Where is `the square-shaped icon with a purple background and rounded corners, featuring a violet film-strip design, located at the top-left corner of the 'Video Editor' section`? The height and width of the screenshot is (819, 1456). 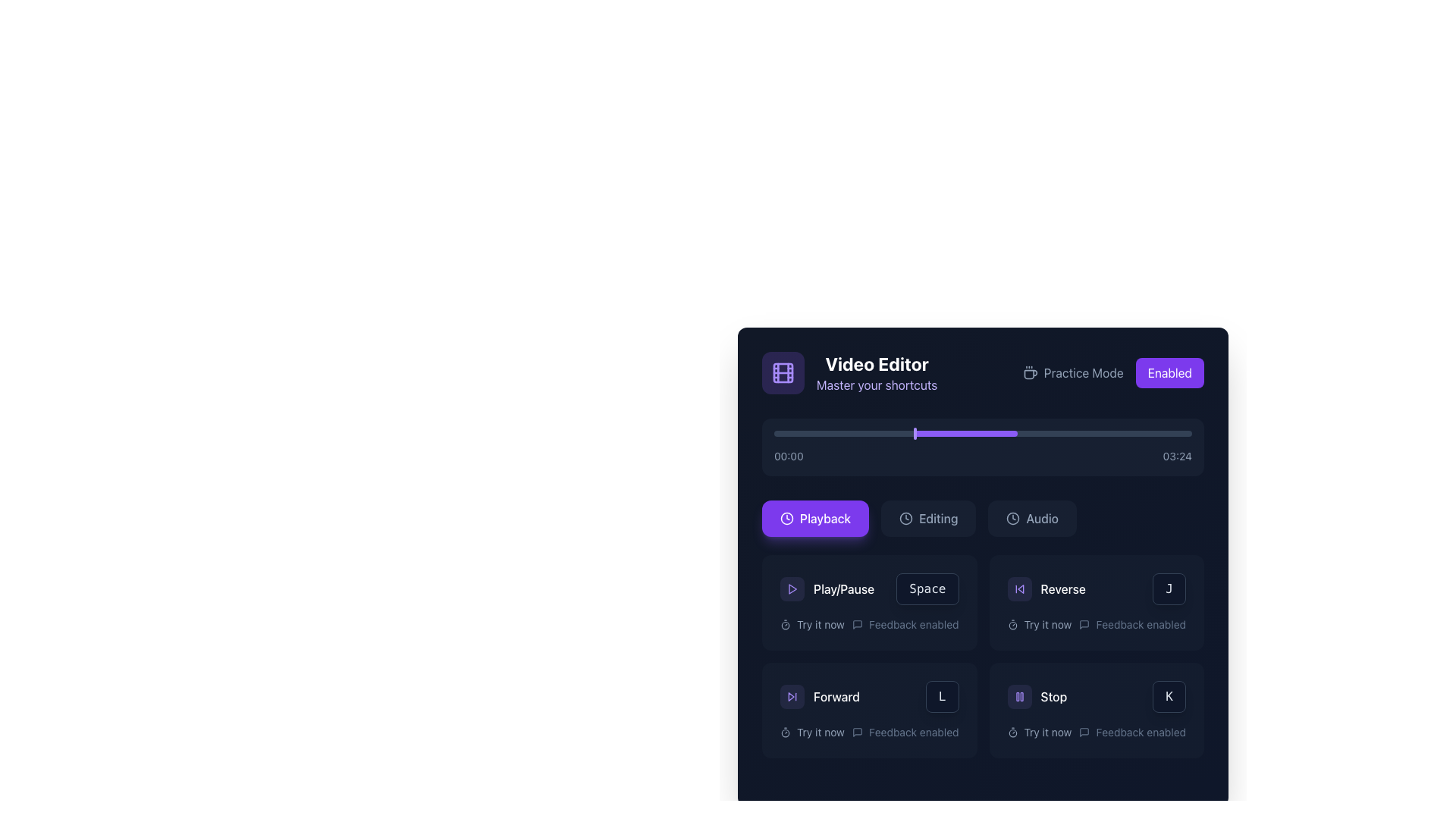 the square-shaped icon with a purple background and rounded corners, featuring a violet film-strip design, located at the top-left corner of the 'Video Editor' section is located at coordinates (783, 373).